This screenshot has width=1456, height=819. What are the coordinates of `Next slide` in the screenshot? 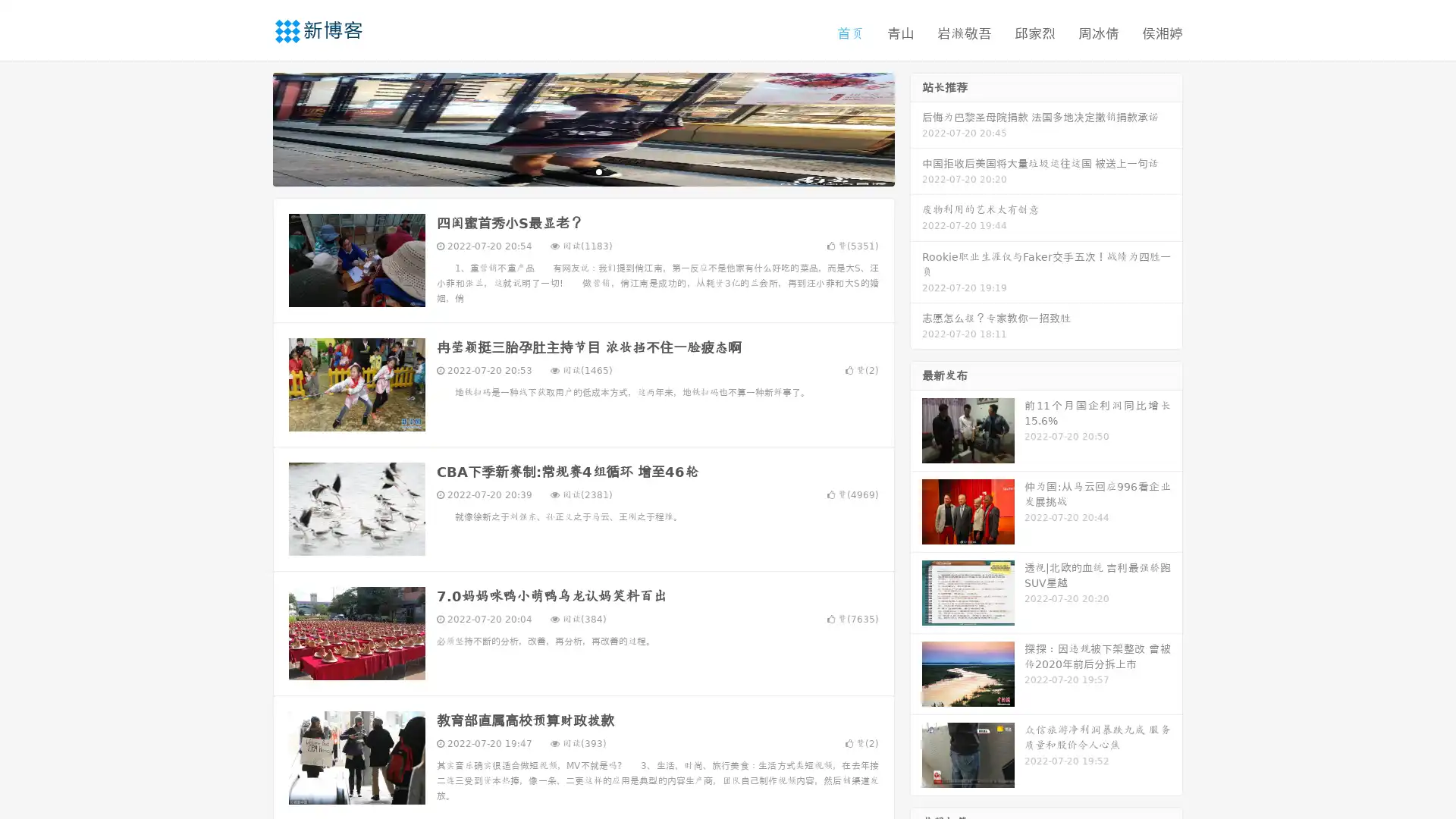 It's located at (916, 127).